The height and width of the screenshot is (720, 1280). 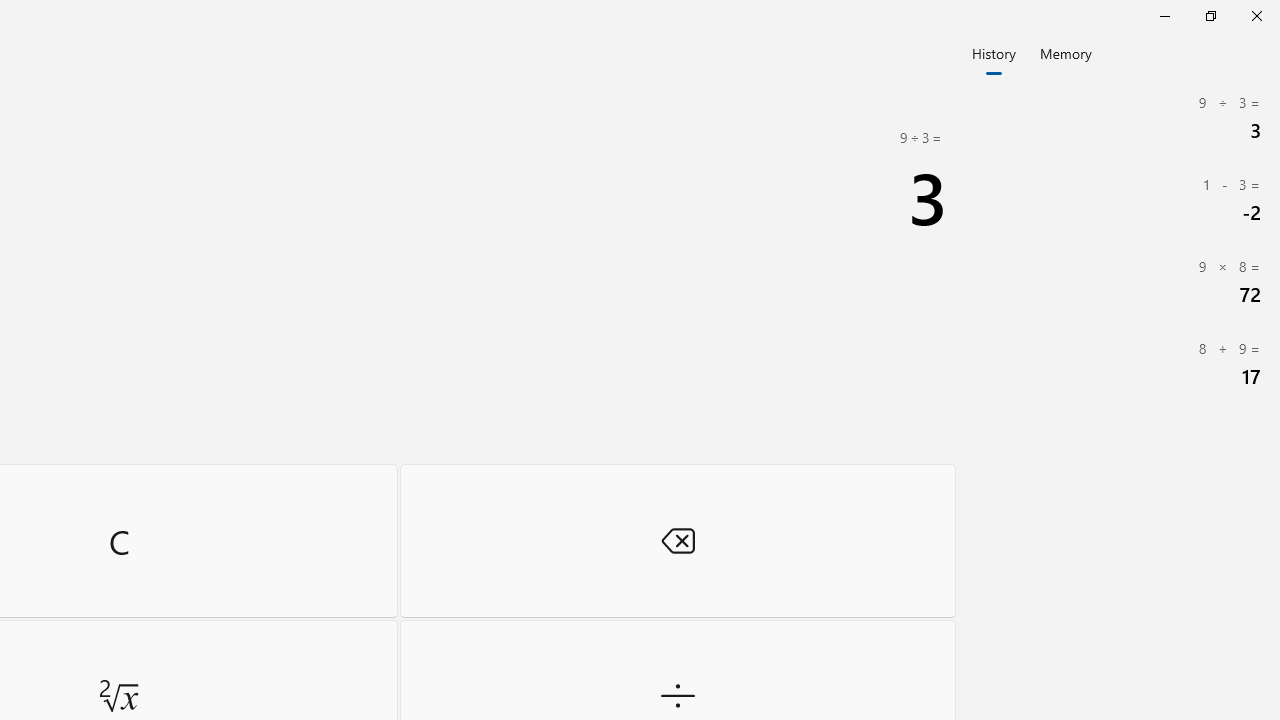 What do you see at coordinates (1255, 15) in the screenshot?
I see `'Close Calculator'` at bounding box center [1255, 15].